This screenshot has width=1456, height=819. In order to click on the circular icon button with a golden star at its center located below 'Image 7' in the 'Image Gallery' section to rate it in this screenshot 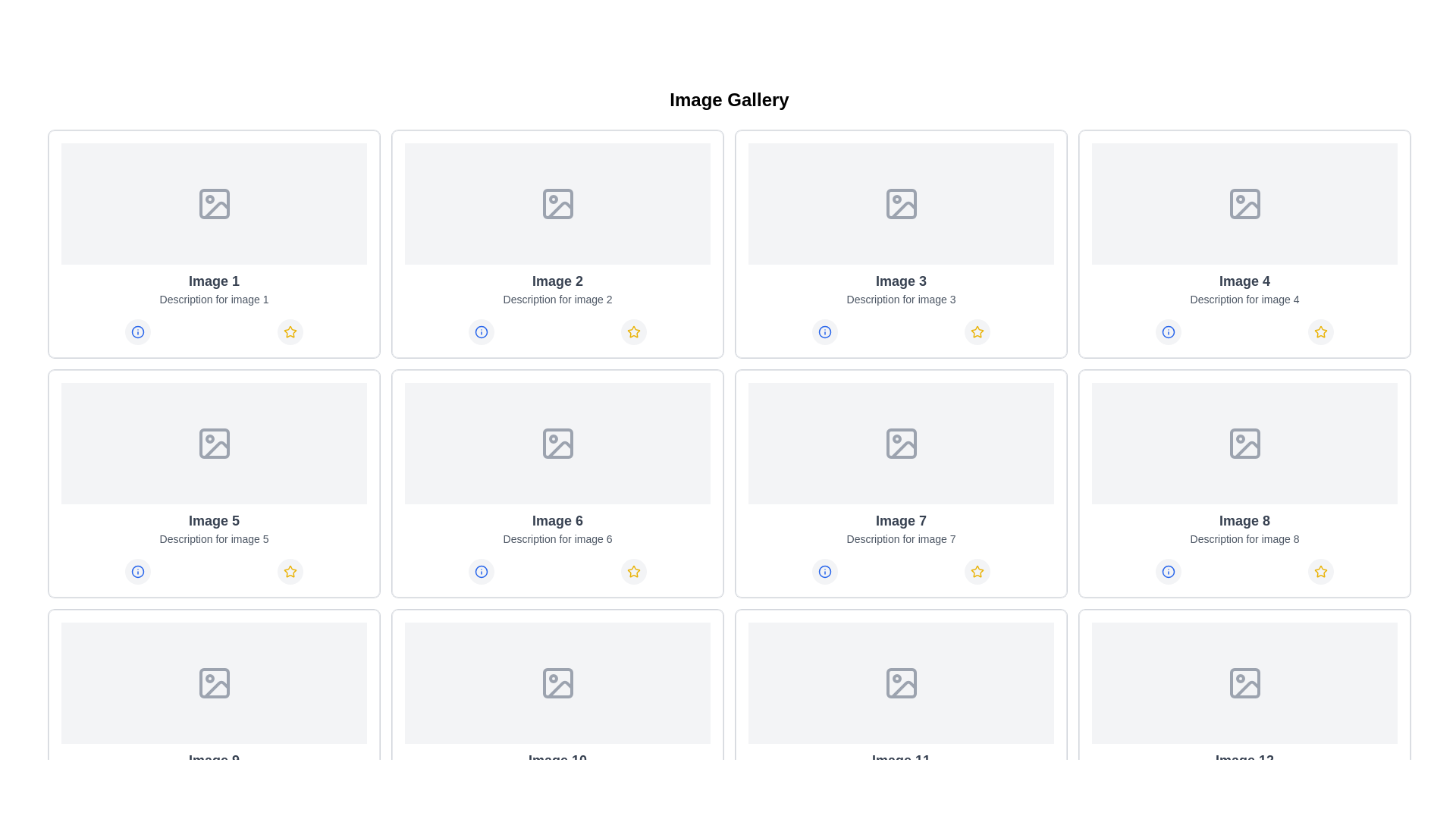, I will do `click(977, 571)`.